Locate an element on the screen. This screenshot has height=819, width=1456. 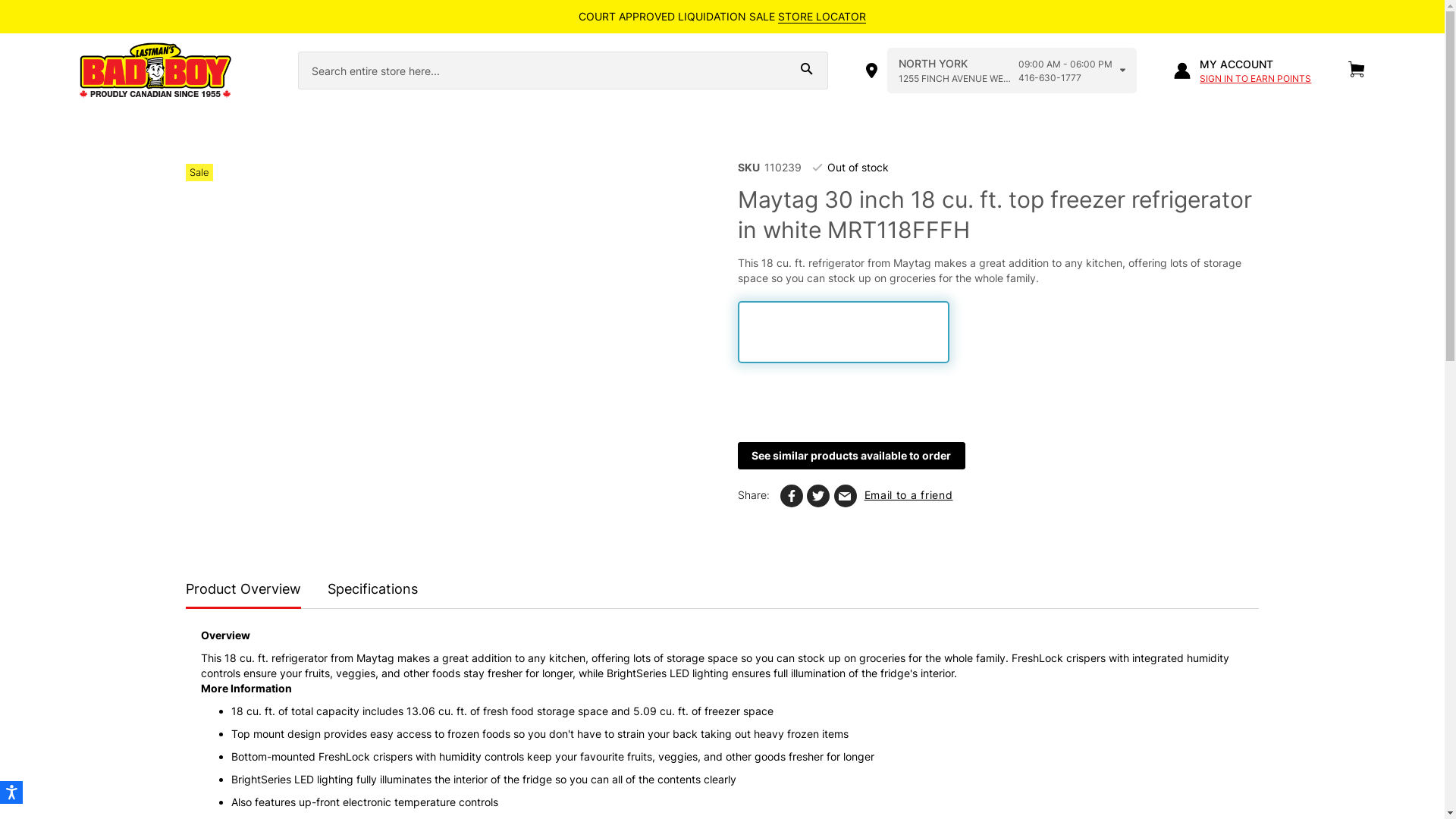
'See similar products available to order' is located at coordinates (851, 455).